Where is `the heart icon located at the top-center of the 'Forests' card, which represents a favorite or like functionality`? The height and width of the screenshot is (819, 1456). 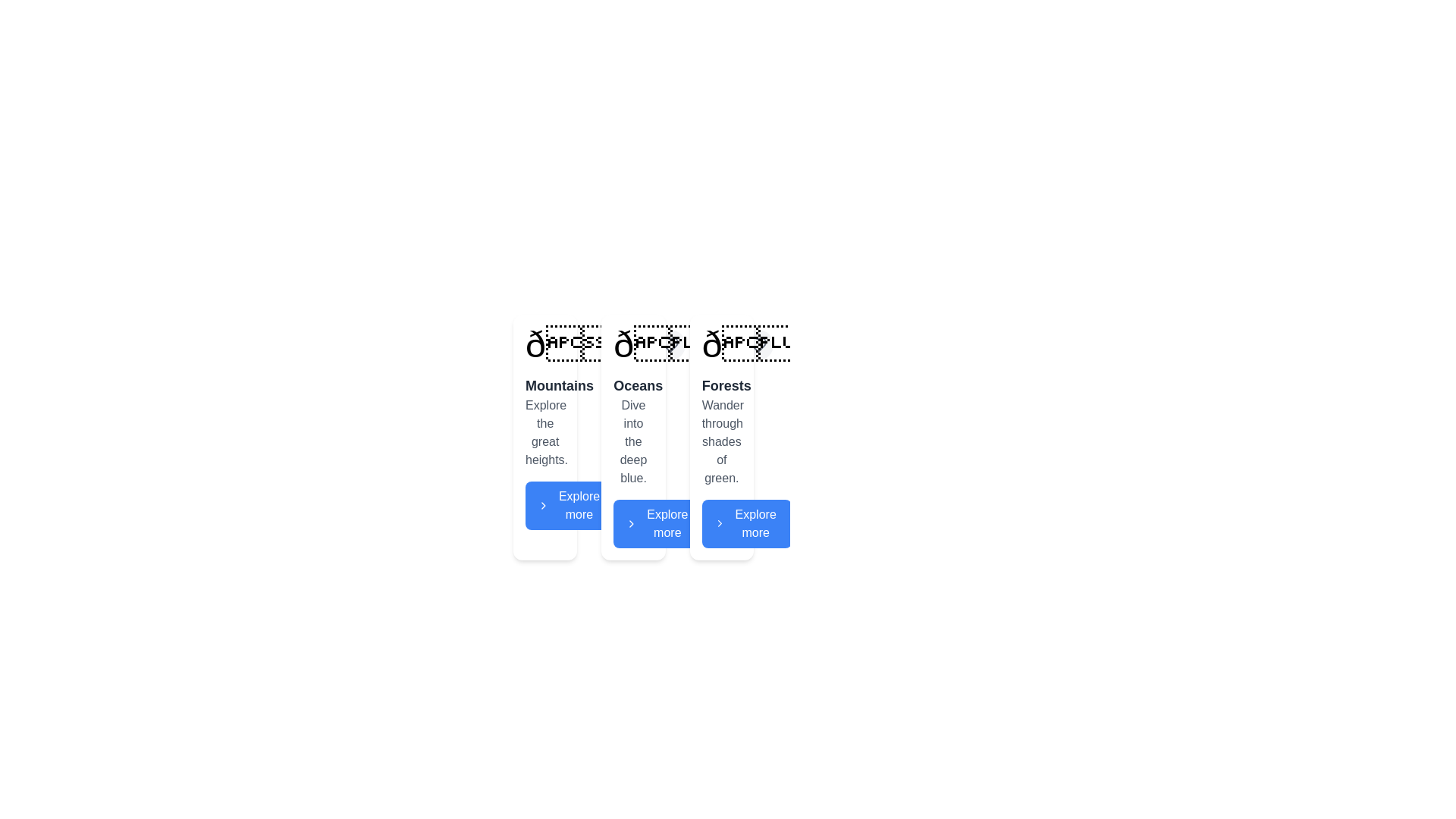
the heart icon located at the top-center of the 'Forests' card, which represents a favorite or like functionality is located at coordinates (758, 345).